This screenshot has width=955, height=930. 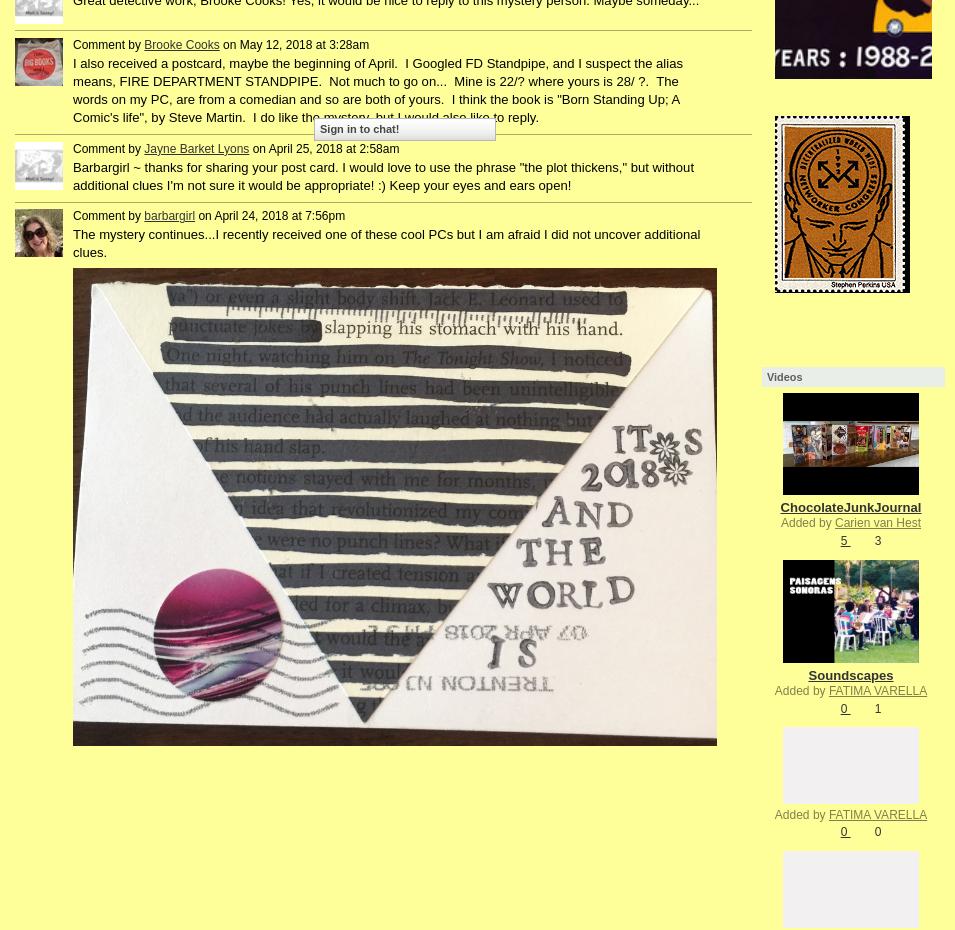 I want to click on 'Videos', so click(x=765, y=376).